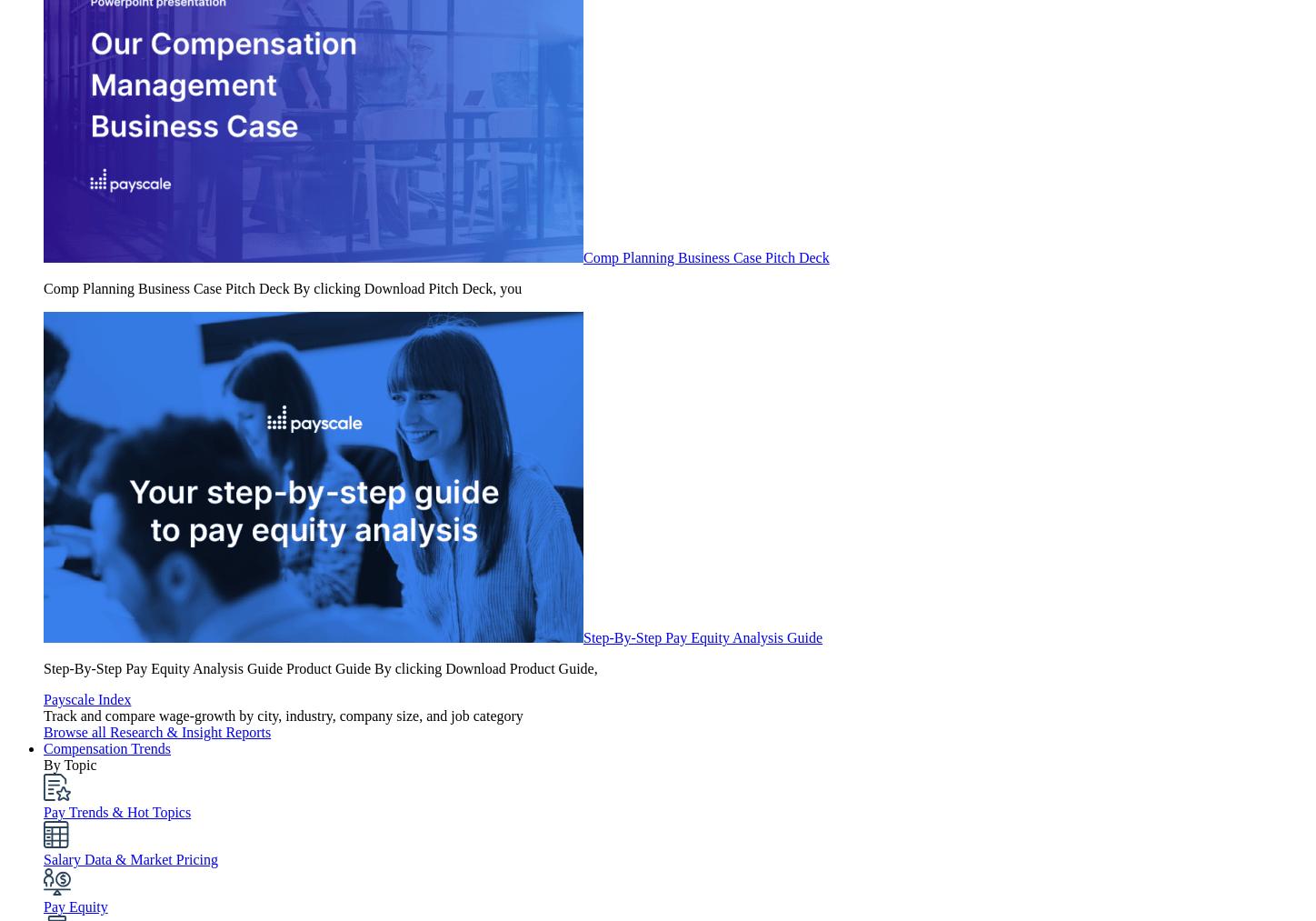  What do you see at coordinates (43, 859) in the screenshot?
I see `'Salary Data & Market Pricing'` at bounding box center [43, 859].